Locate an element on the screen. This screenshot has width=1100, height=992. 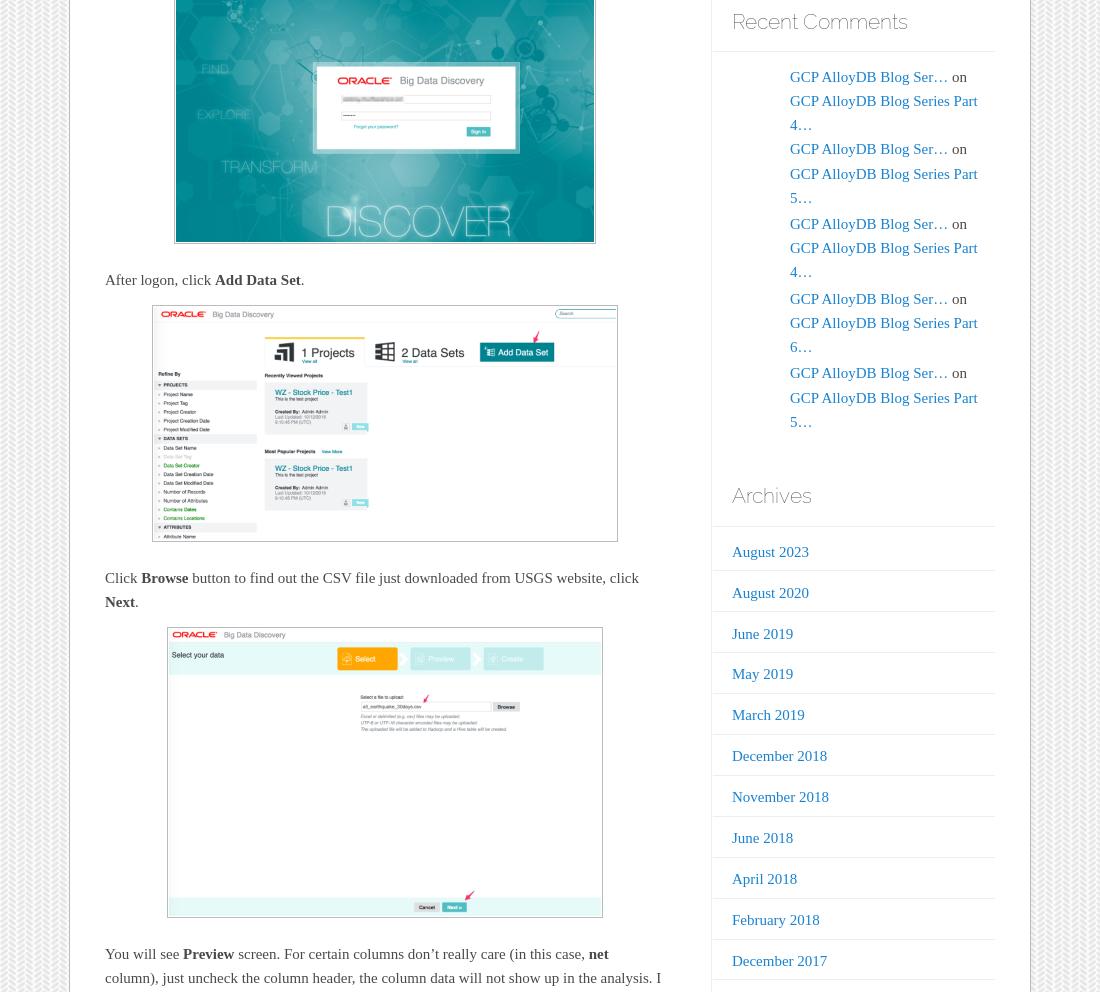
'Add Data Set' is located at coordinates (213, 279).